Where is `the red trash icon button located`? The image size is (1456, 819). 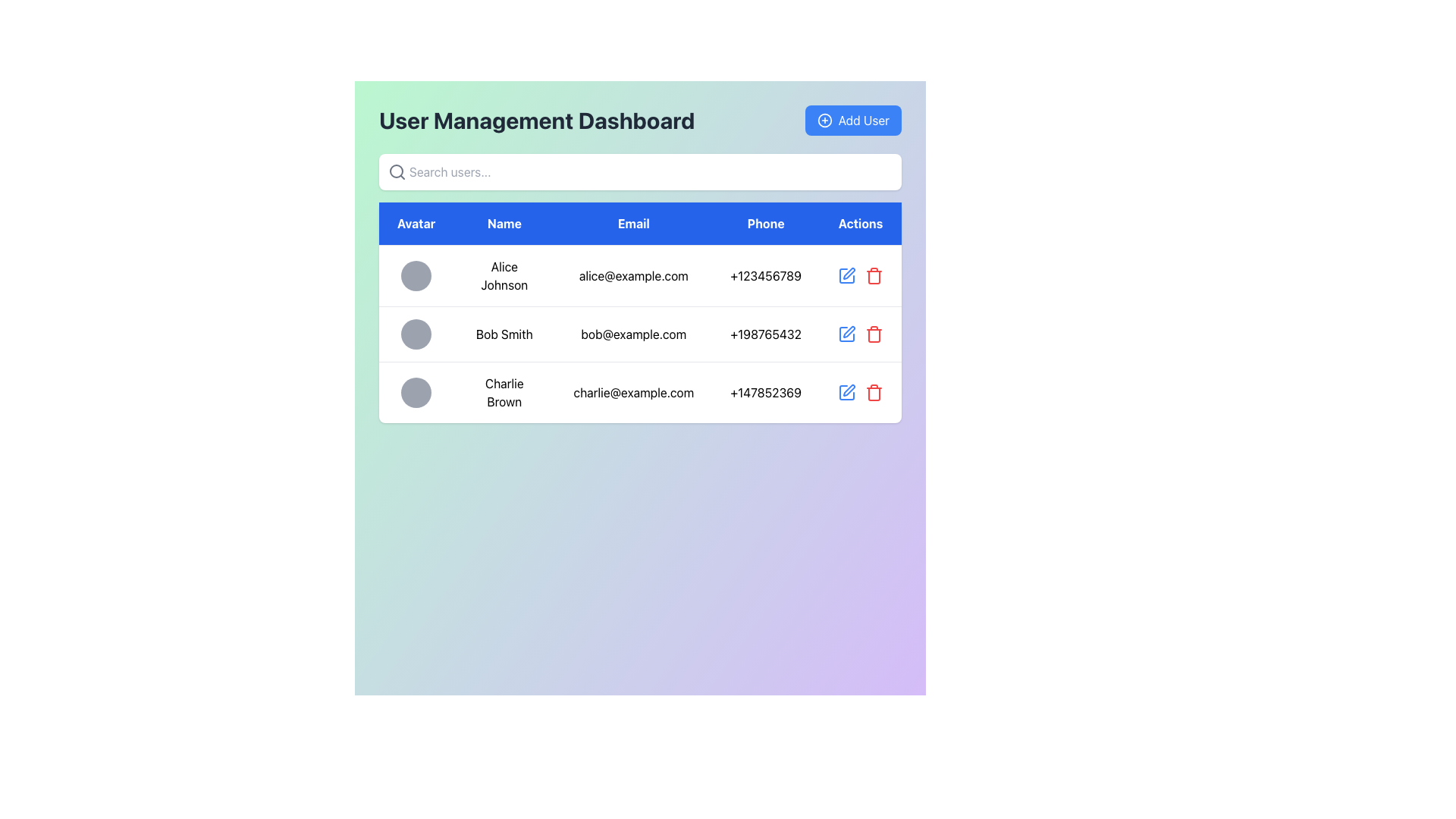
the red trash icon button located is located at coordinates (874, 333).